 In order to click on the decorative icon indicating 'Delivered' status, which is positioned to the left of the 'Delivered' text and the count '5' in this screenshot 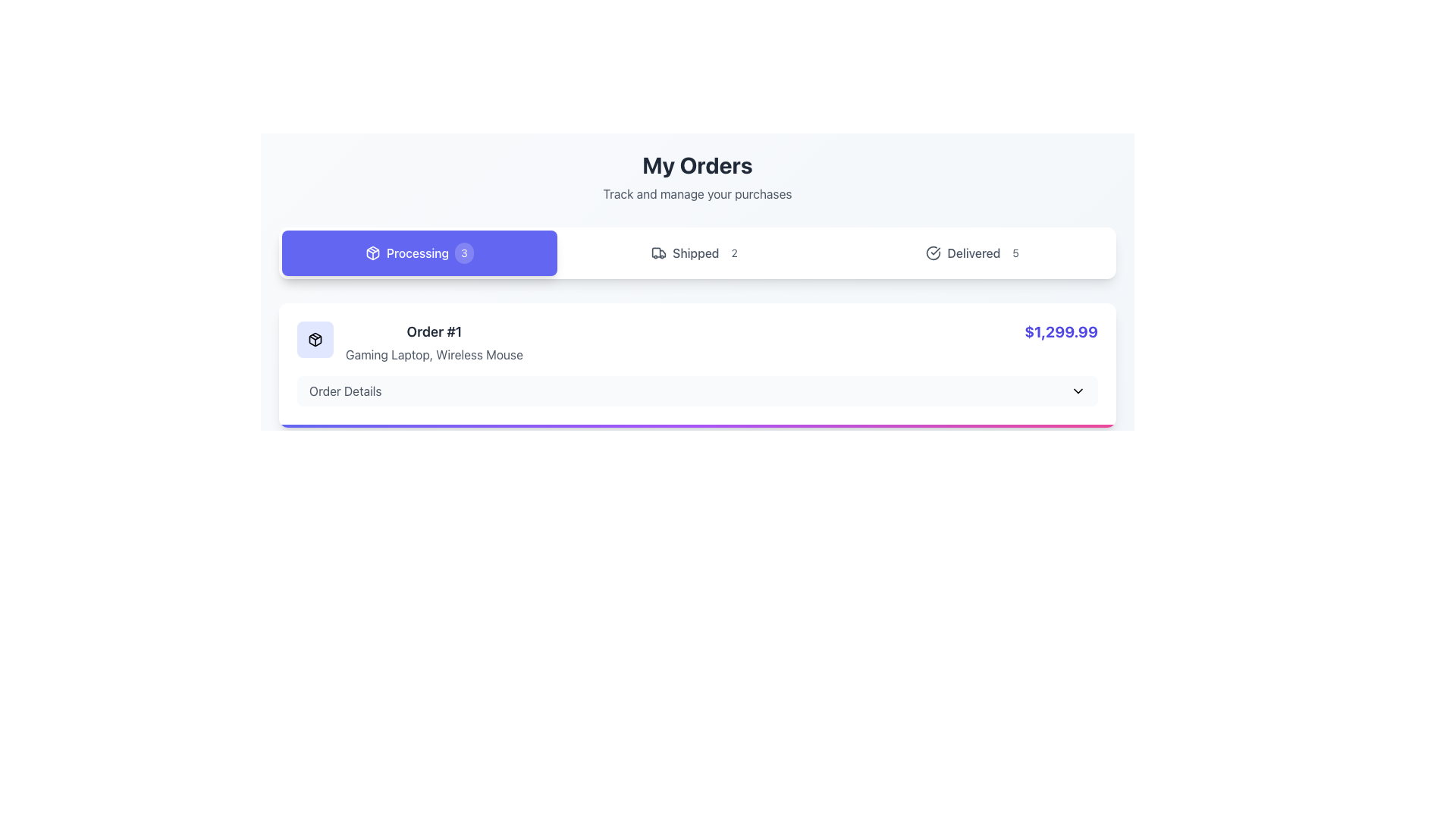, I will do `click(933, 253)`.